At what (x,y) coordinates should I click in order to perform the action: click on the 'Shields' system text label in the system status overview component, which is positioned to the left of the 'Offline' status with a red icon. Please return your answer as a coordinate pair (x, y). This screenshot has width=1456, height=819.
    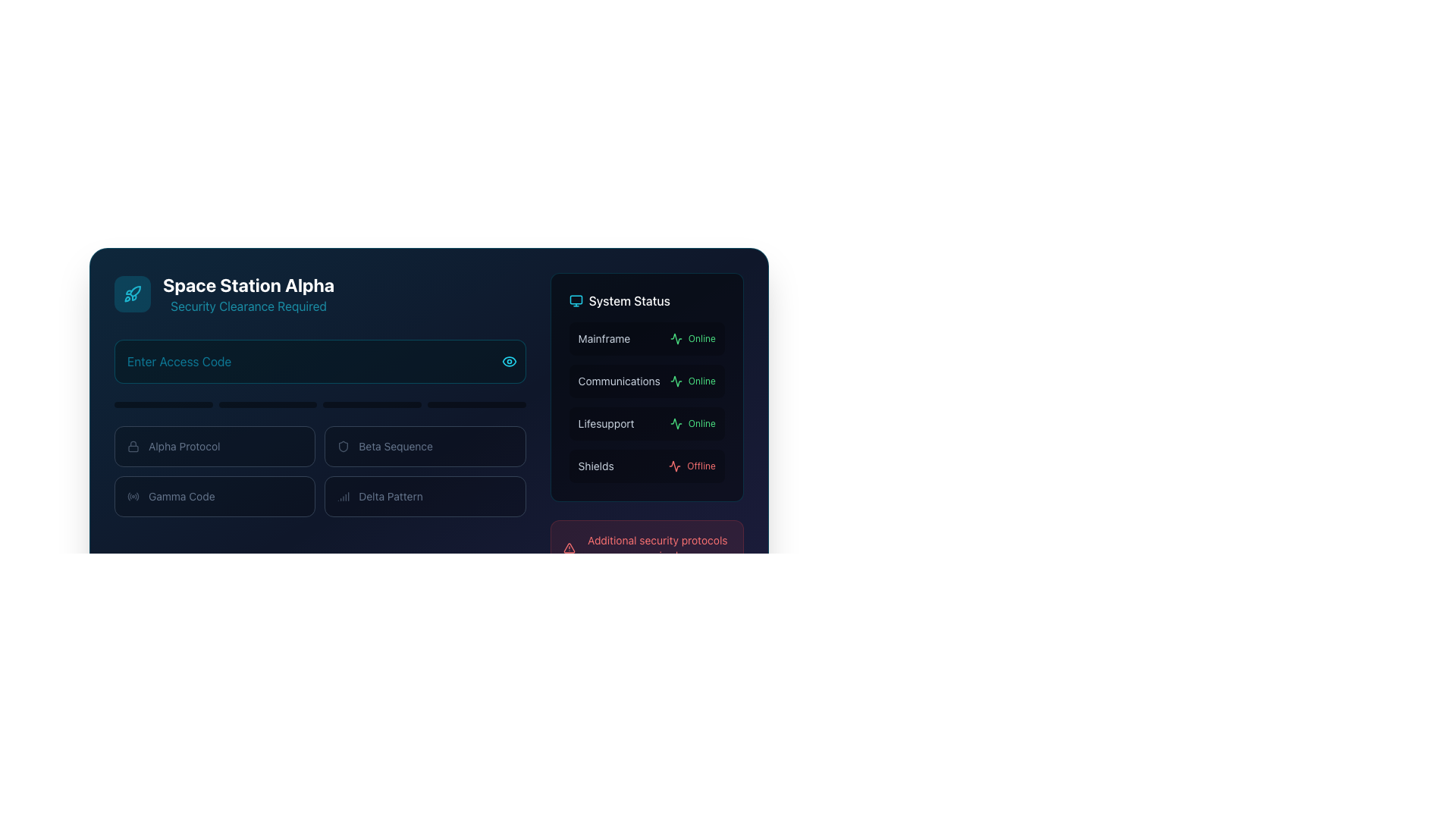
    Looking at the image, I should click on (595, 465).